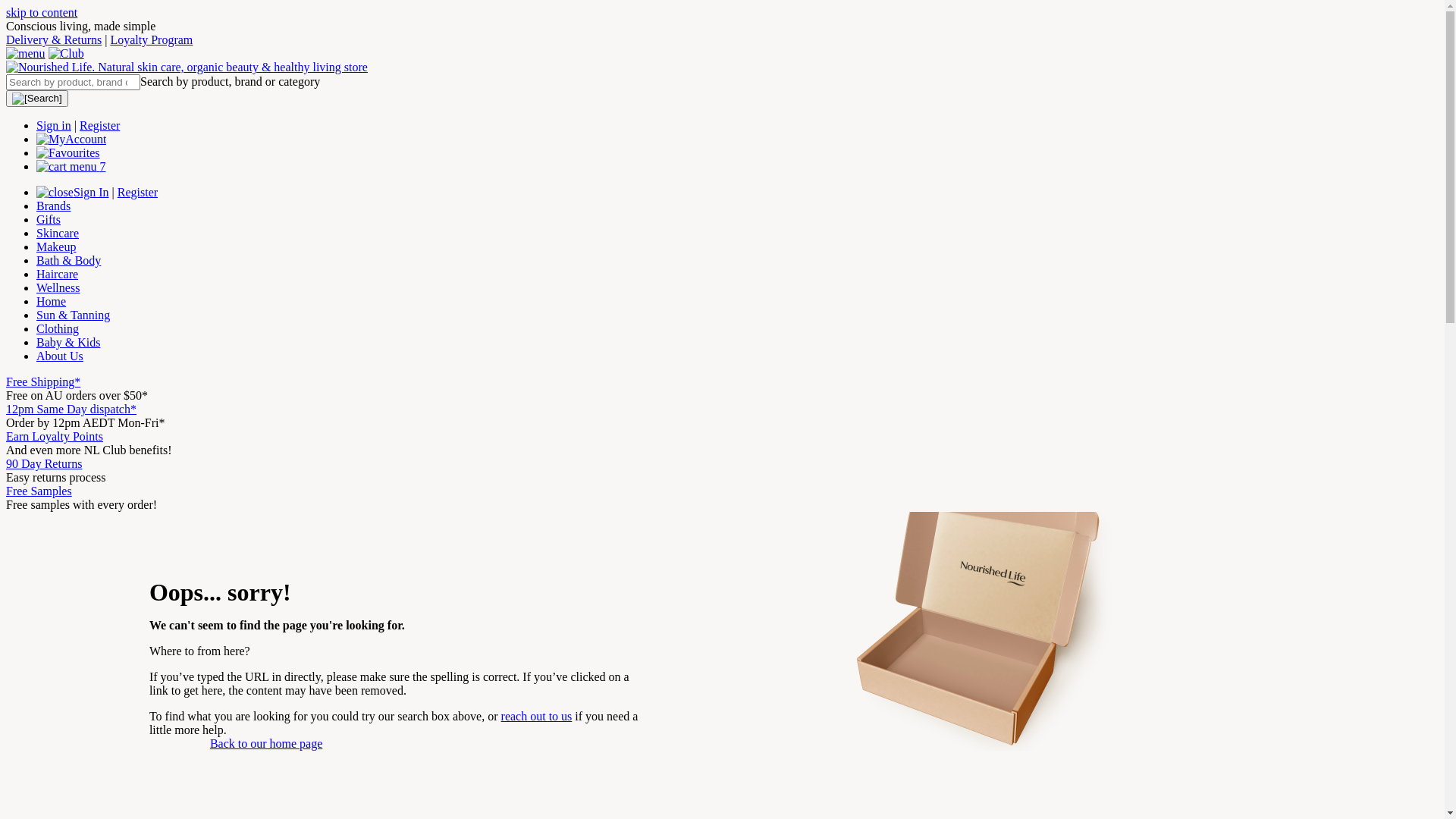 The width and height of the screenshot is (1456, 819). I want to click on 'Brands', so click(53, 206).